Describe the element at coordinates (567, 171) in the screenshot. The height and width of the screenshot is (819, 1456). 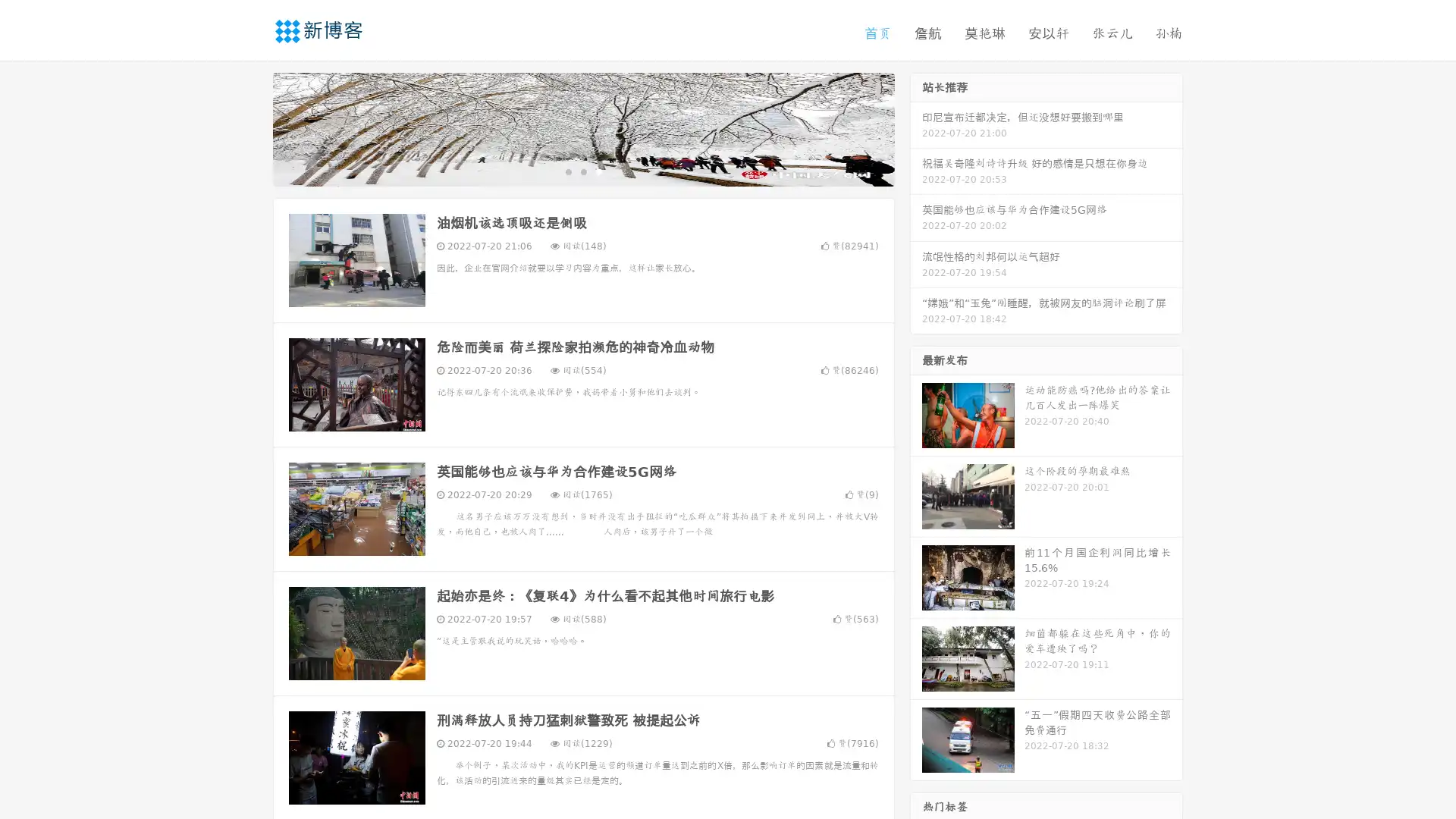
I see `Go to slide 1` at that location.